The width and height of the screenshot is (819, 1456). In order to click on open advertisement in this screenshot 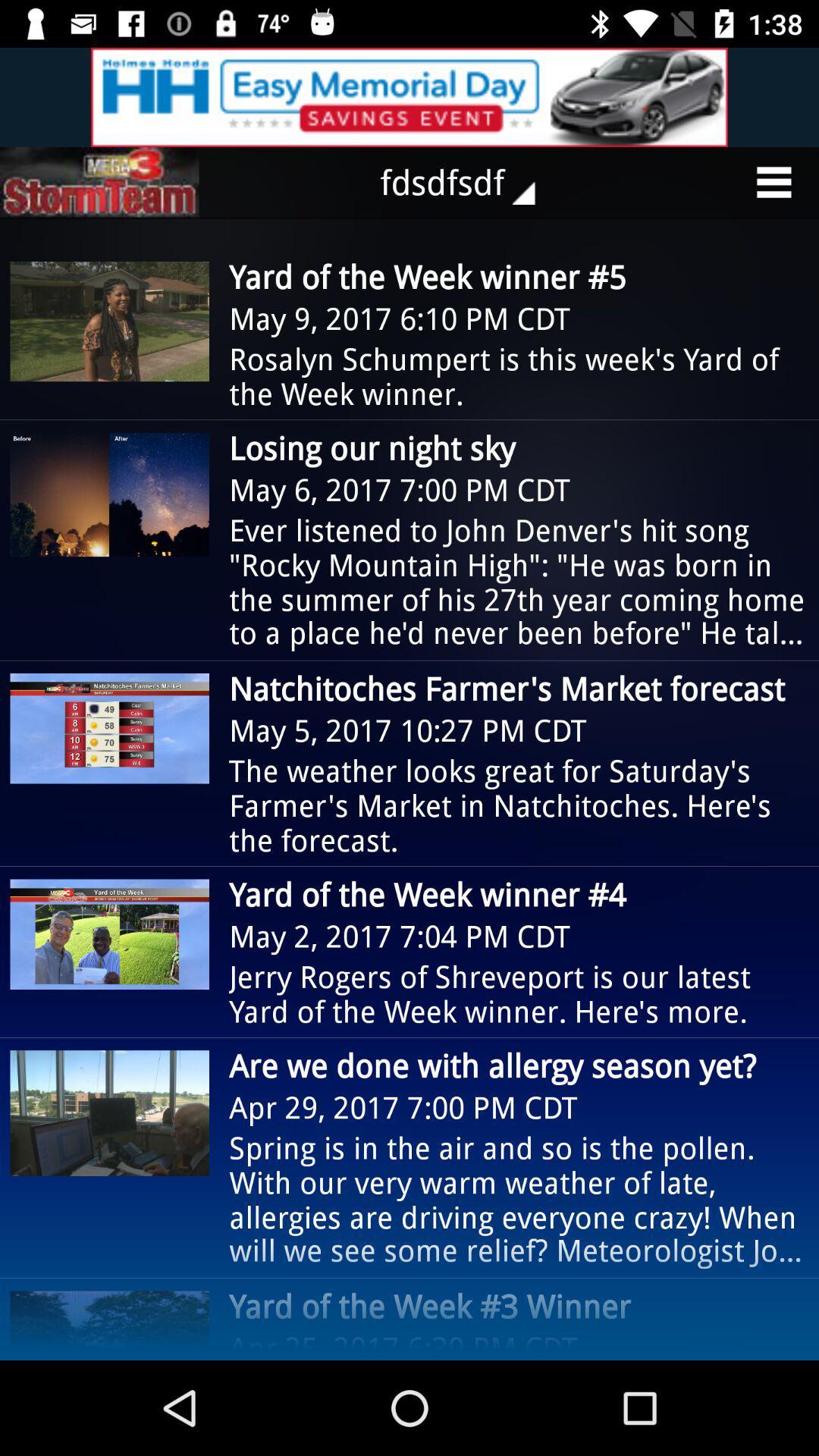, I will do `click(409, 96)`.